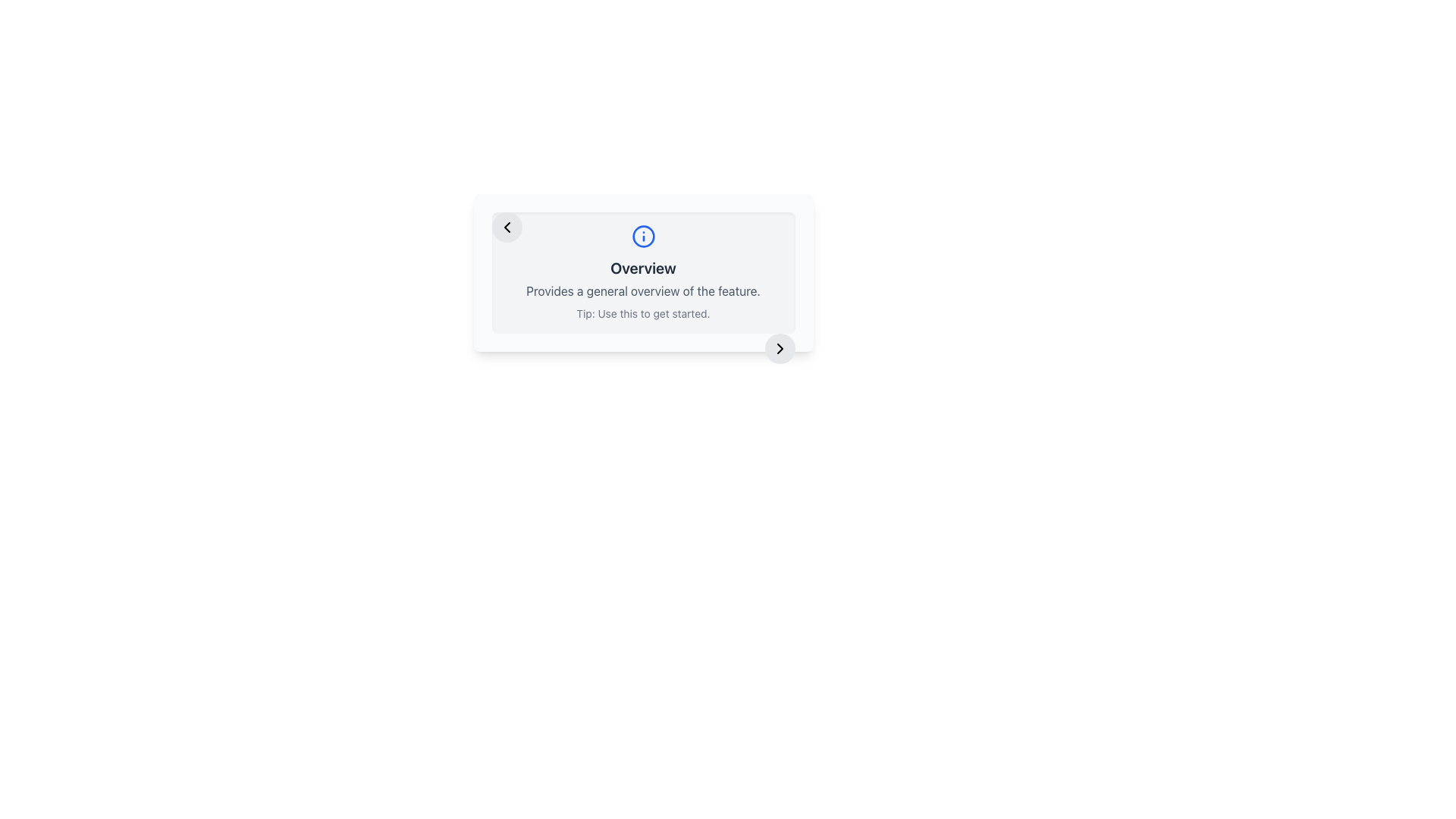 The width and height of the screenshot is (1456, 819). Describe the element at coordinates (780, 348) in the screenshot. I see `the rightward-pointing arrow icon located in the bottom-right corner of the 'Overview' card` at that location.